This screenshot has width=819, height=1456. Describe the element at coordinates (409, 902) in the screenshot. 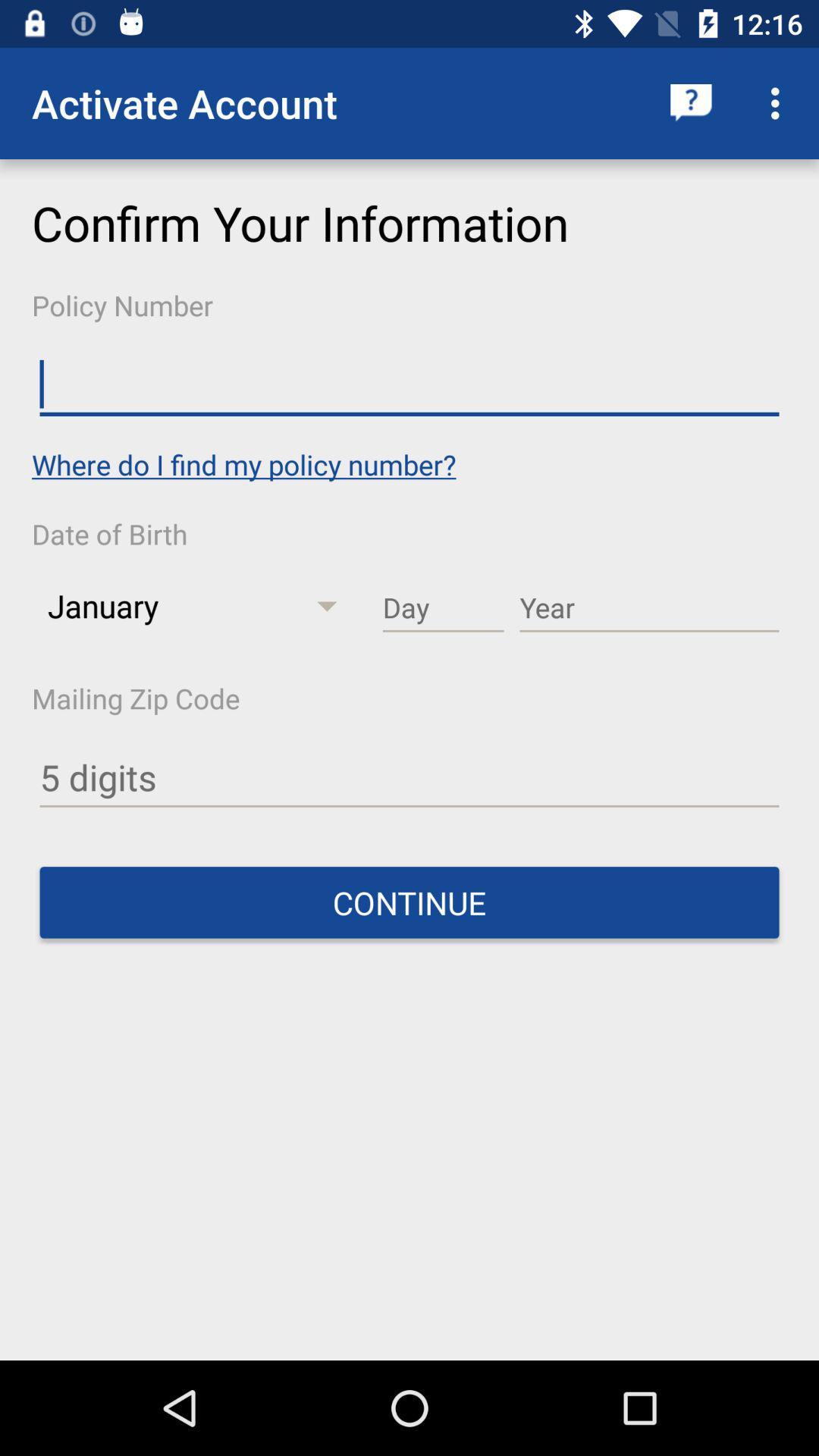

I see `continue item` at that location.